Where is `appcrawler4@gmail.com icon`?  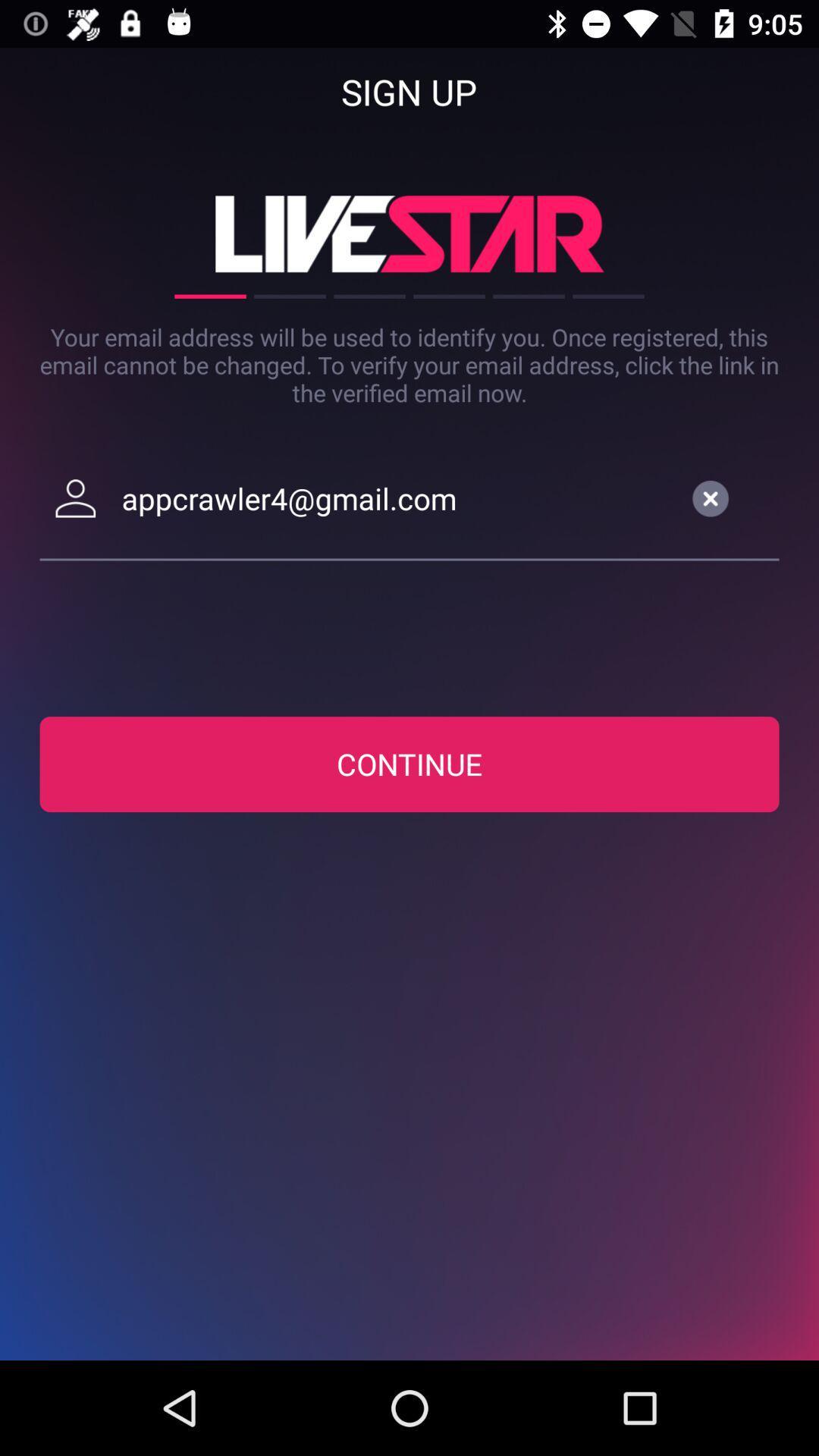
appcrawler4@gmail.com icon is located at coordinates (396, 498).